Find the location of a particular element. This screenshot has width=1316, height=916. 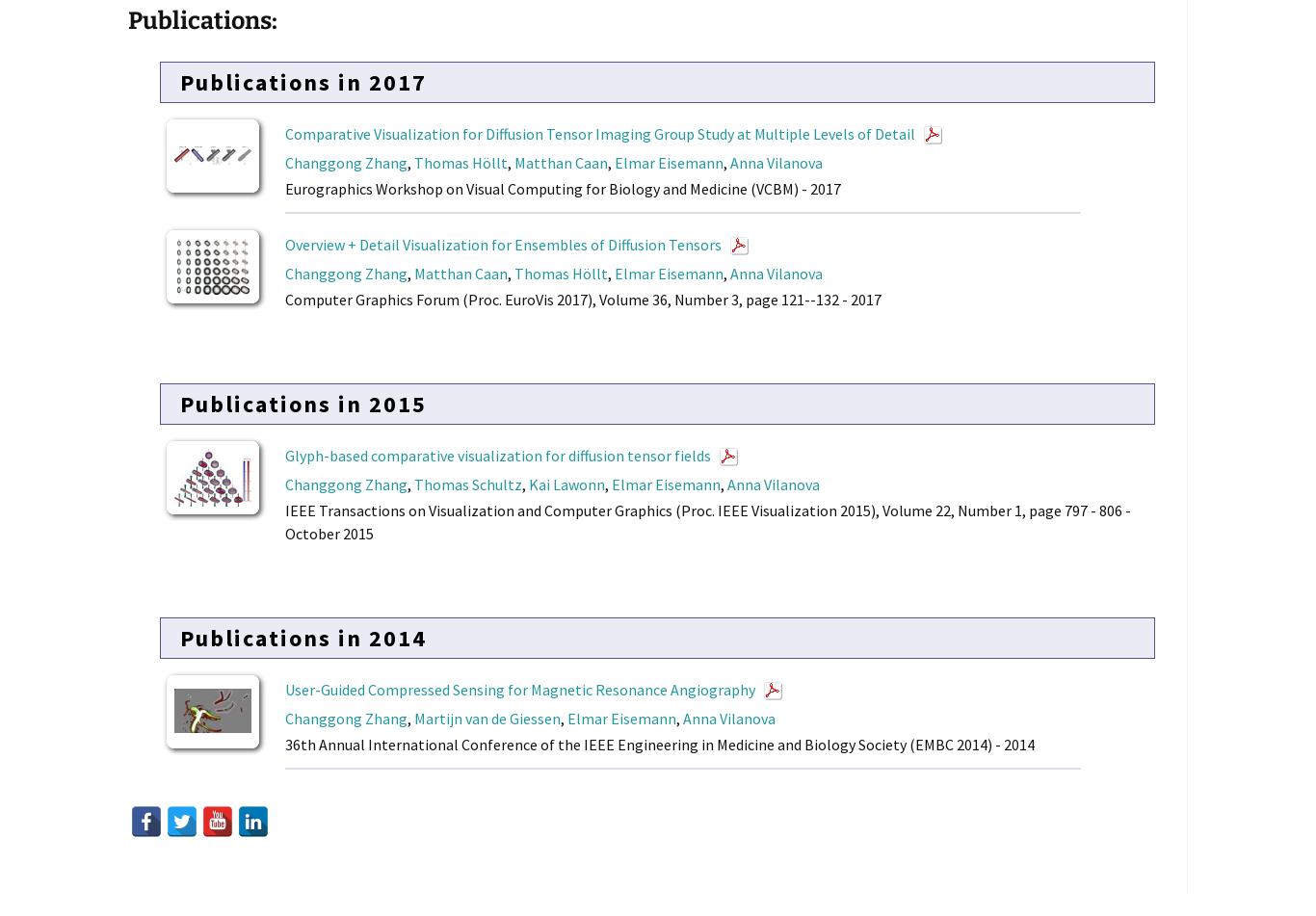

'Publications in 2015' is located at coordinates (303, 403).